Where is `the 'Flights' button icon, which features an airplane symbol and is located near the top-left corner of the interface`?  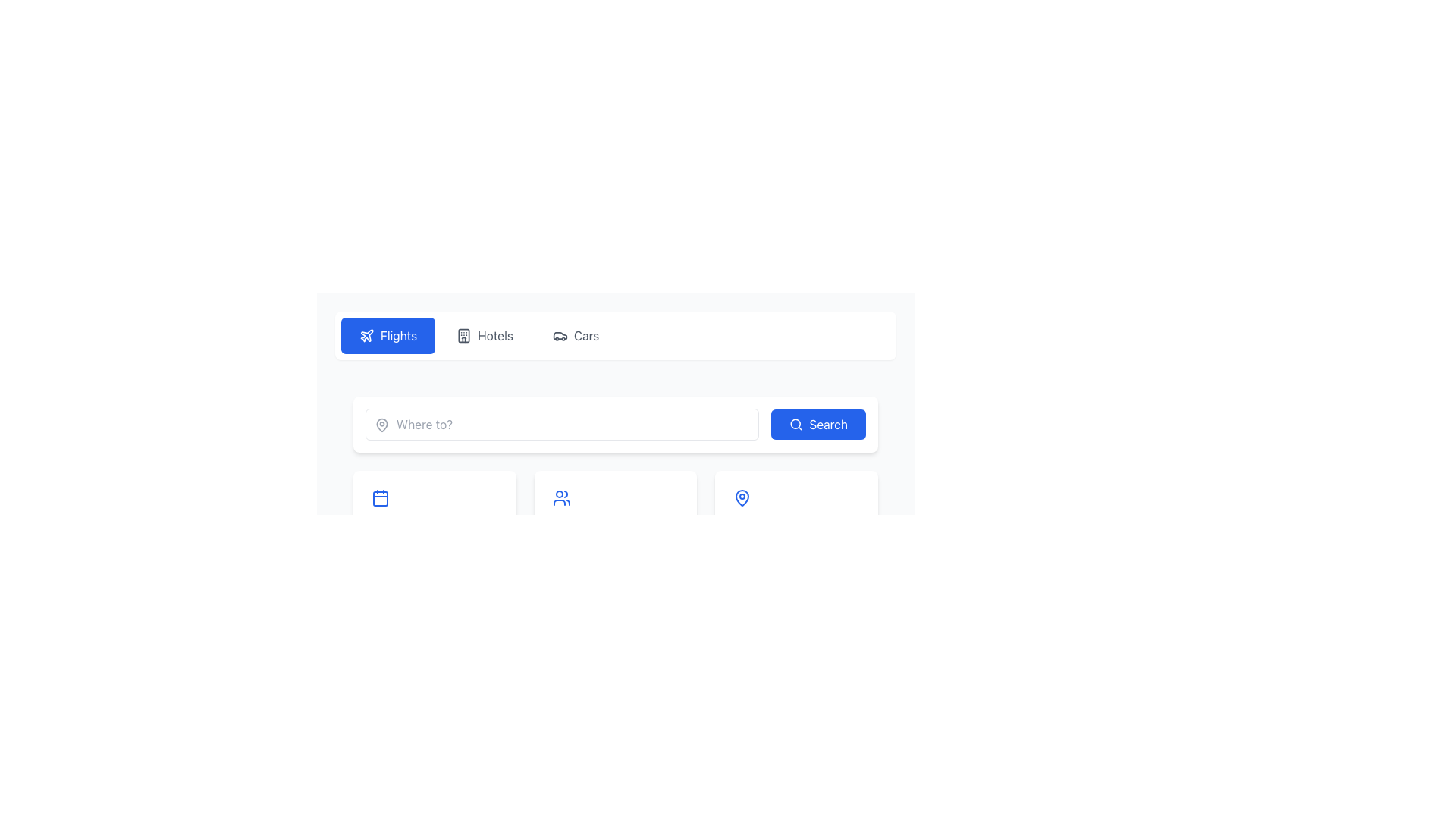
the 'Flights' button icon, which features an airplane symbol and is located near the top-left corner of the interface is located at coordinates (367, 335).